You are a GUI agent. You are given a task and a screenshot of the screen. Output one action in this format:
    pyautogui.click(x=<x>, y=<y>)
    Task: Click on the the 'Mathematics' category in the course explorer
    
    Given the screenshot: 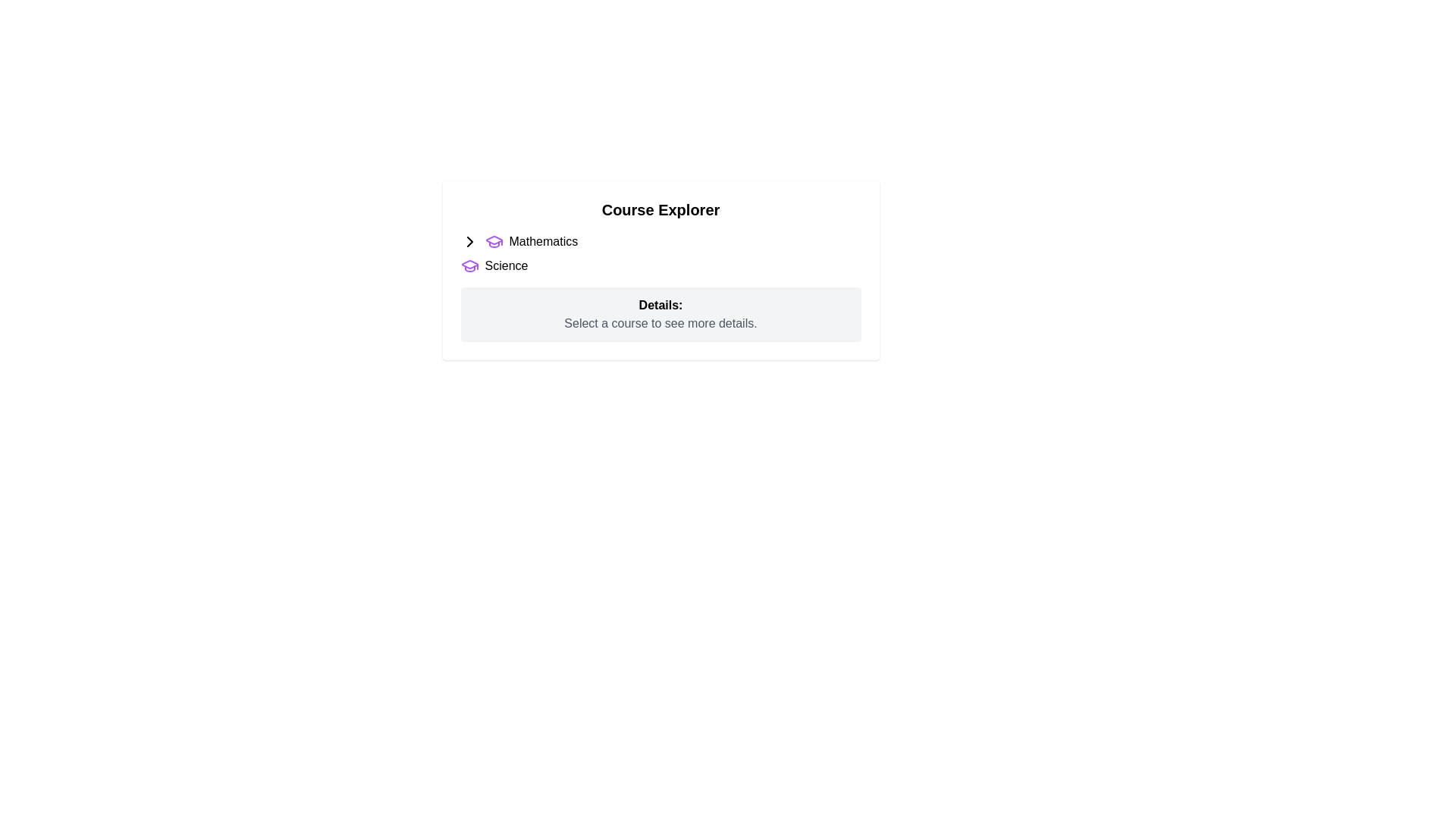 What is the action you would take?
    pyautogui.click(x=661, y=241)
    